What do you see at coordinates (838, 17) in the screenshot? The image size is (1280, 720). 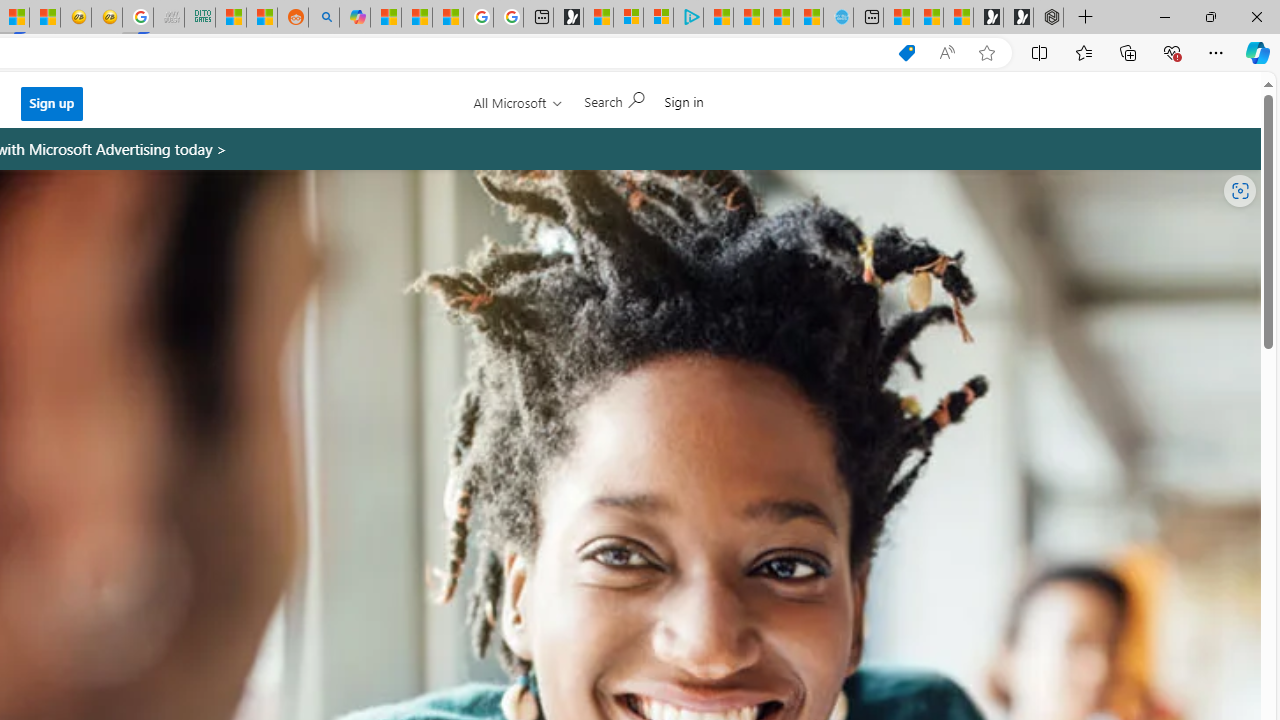 I see `'Home | Sky Blue Bikes - Sky Blue Bikes'` at bounding box center [838, 17].